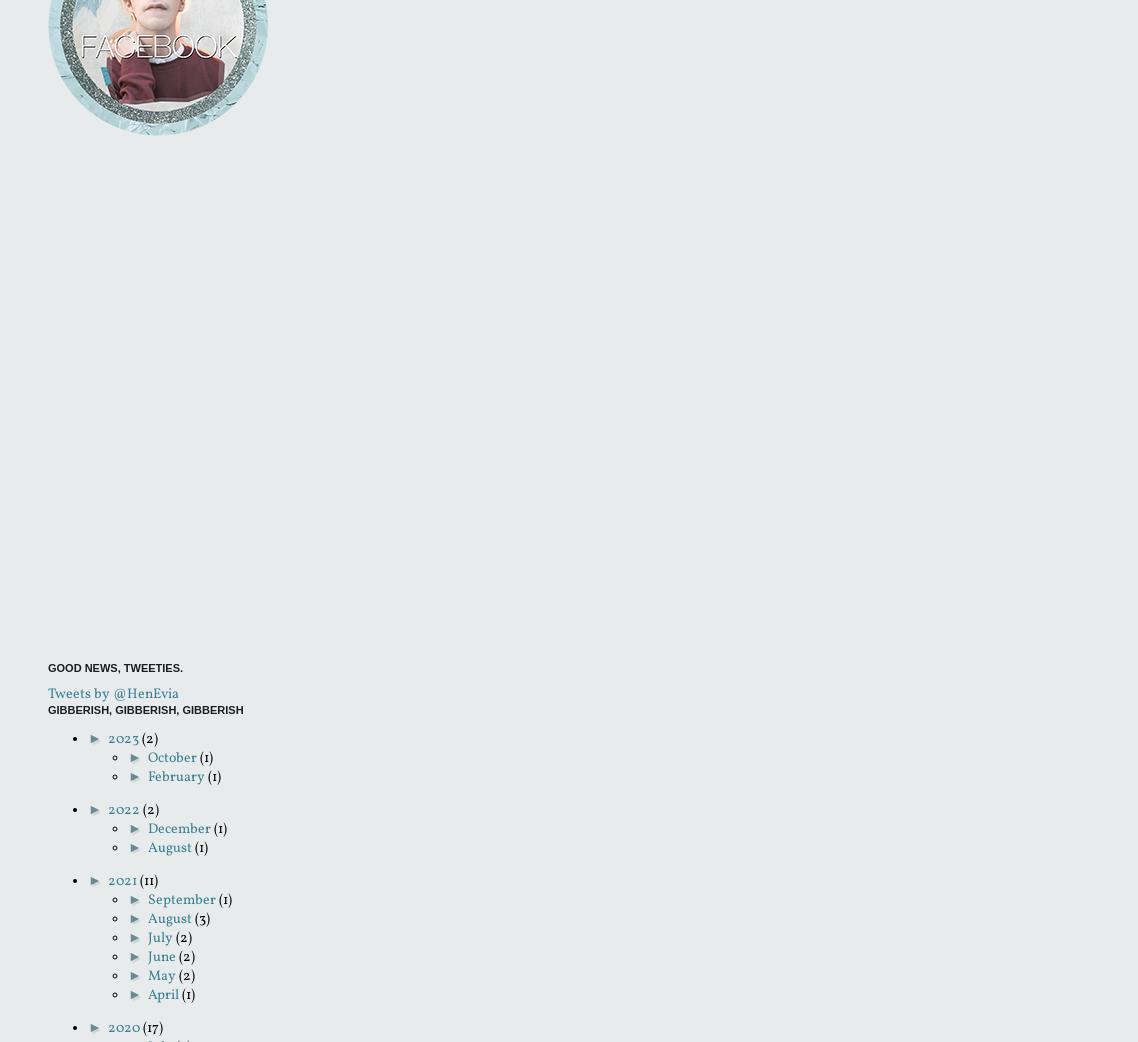 Image resolution: width=1138 pixels, height=1042 pixels. I want to click on 'Gibberish, gibberish, gibberish', so click(145, 709).